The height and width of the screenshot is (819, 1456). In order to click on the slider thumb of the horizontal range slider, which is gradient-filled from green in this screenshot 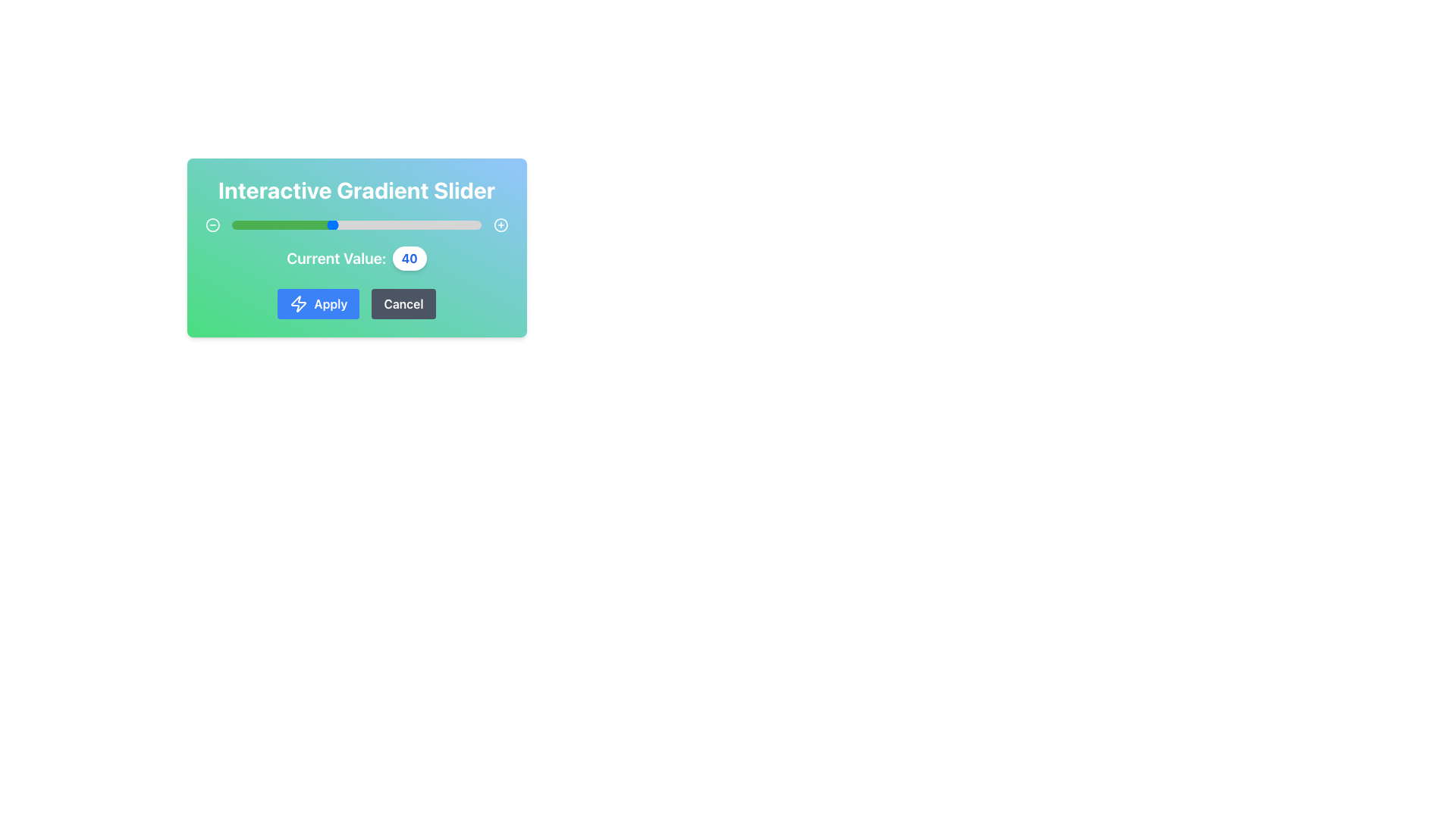, I will do `click(356, 225)`.